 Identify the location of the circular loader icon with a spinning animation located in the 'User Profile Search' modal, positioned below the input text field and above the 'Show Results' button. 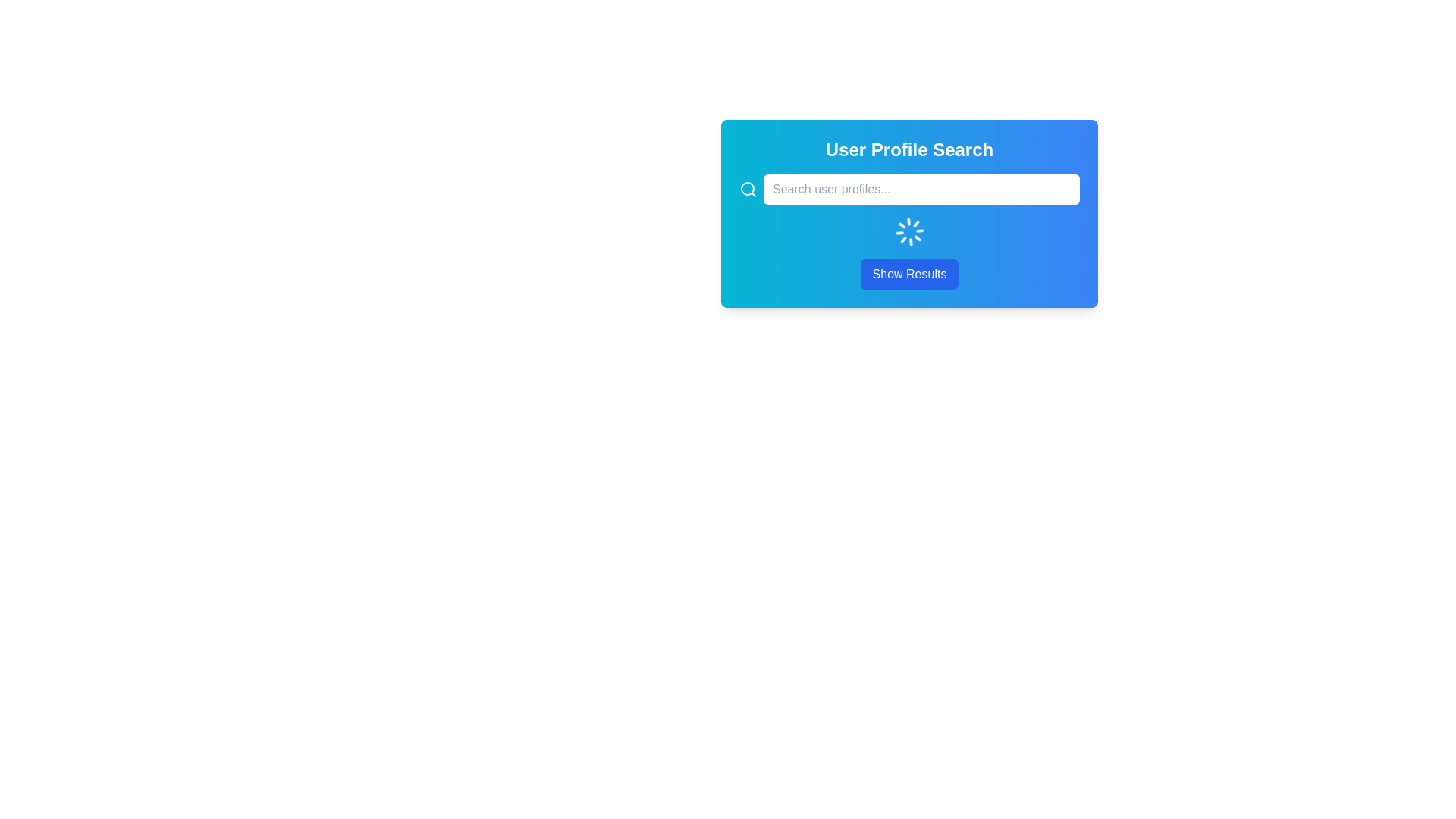
(909, 231).